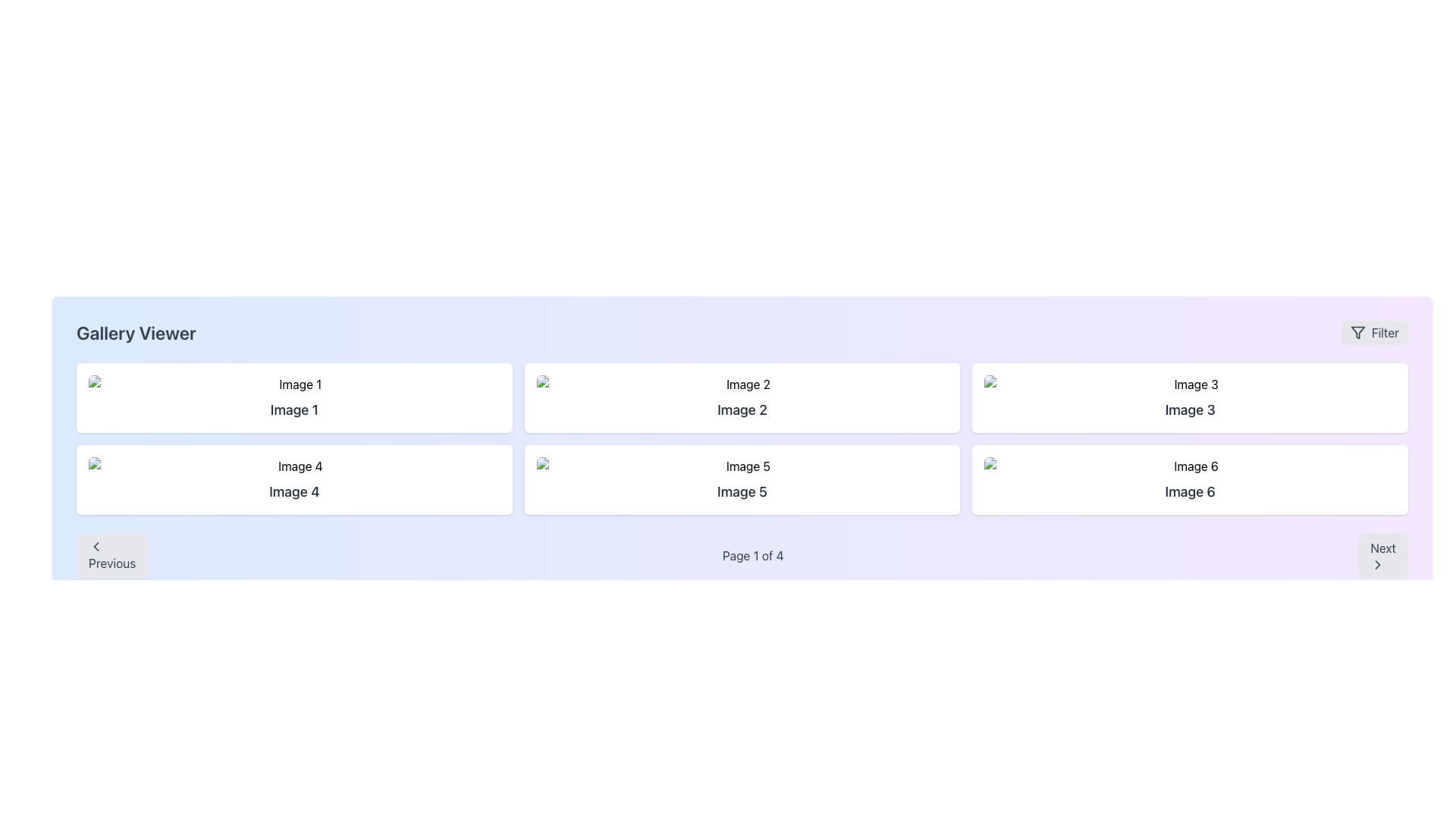  I want to click on the image placeholder labeled 'Image 4', so click(294, 465).